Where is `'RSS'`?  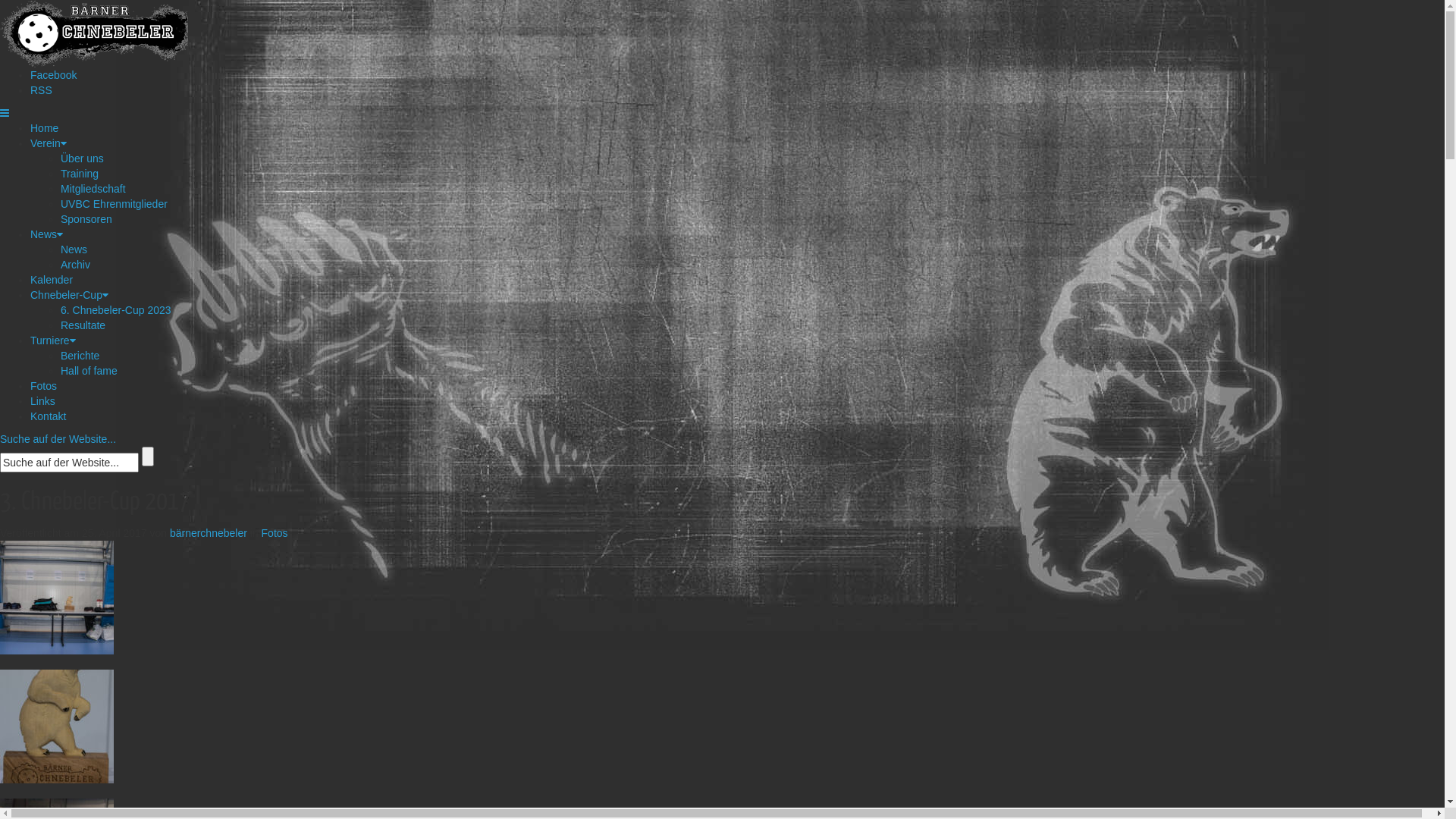
'RSS' is located at coordinates (41, 90).